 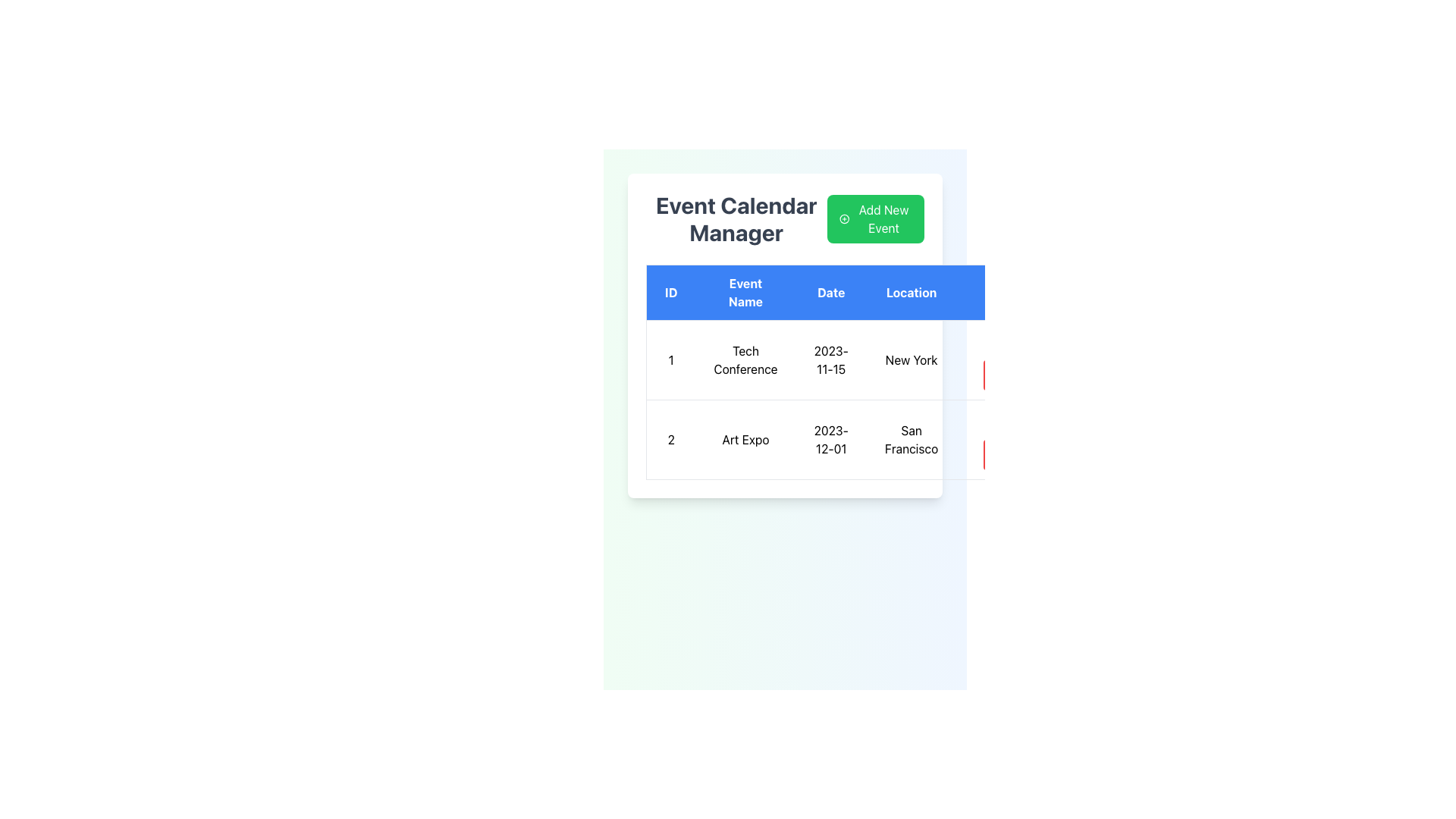 I want to click on the static text label 'Tech Conference' in the second column of the first row of the table in the 'Event Calendar Manager' interface, so click(x=745, y=359).